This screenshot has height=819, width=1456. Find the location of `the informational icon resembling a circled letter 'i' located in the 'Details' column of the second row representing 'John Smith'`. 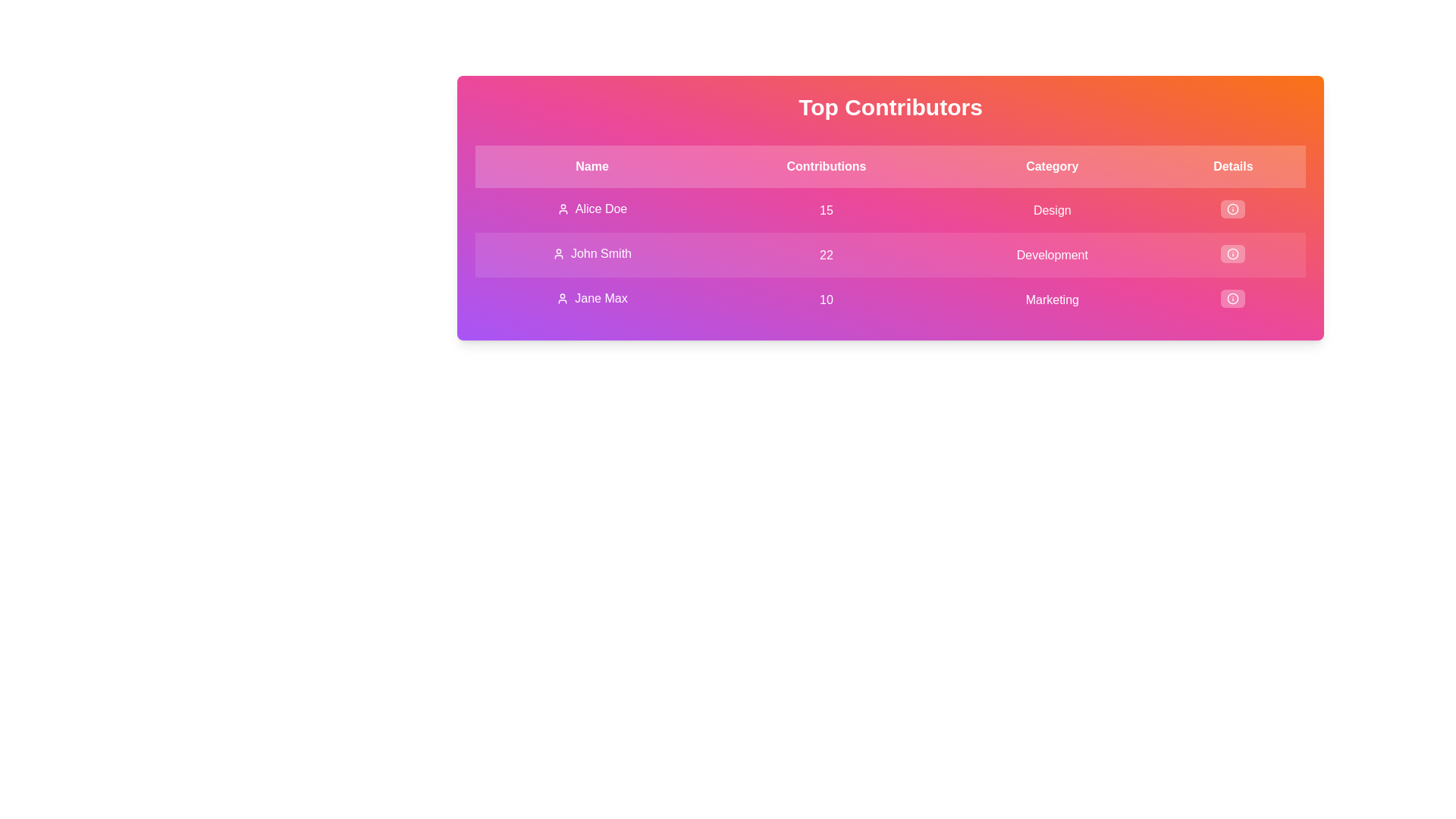

the informational icon resembling a circled letter 'i' located in the 'Details' column of the second row representing 'John Smith' is located at coordinates (1233, 253).